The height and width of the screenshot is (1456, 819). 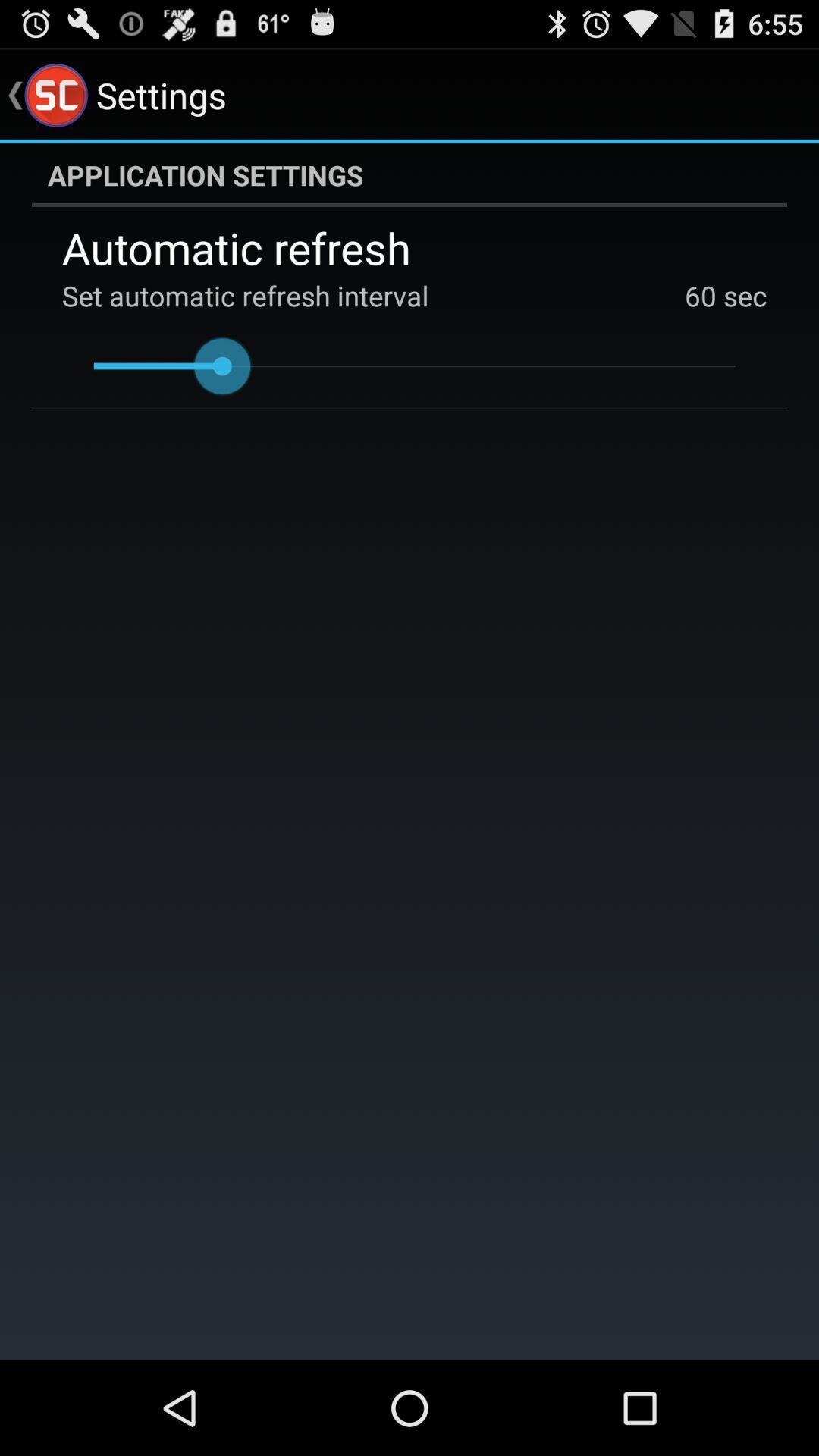 What do you see at coordinates (701, 295) in the screenshot?
I see `the item below automatic refresh item` at bounding box center [701, 295].